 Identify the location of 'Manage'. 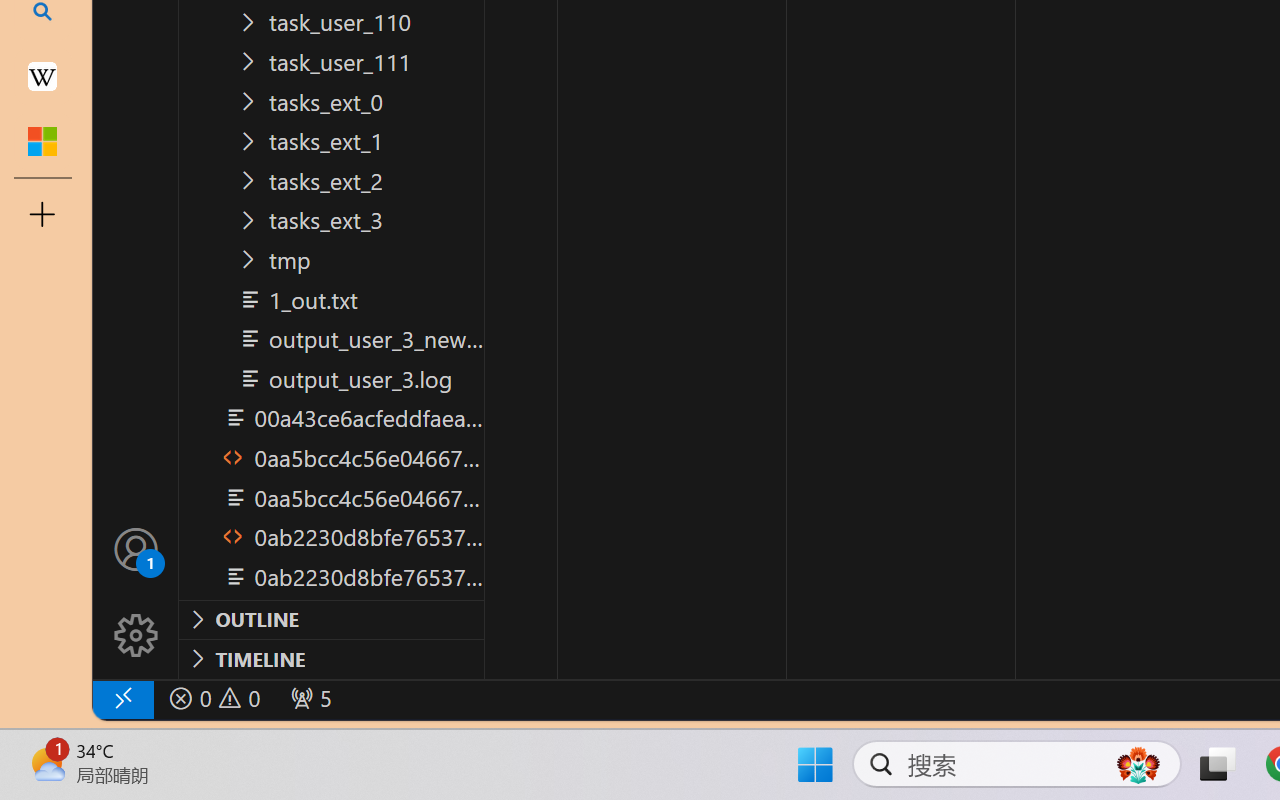
(134, 591).